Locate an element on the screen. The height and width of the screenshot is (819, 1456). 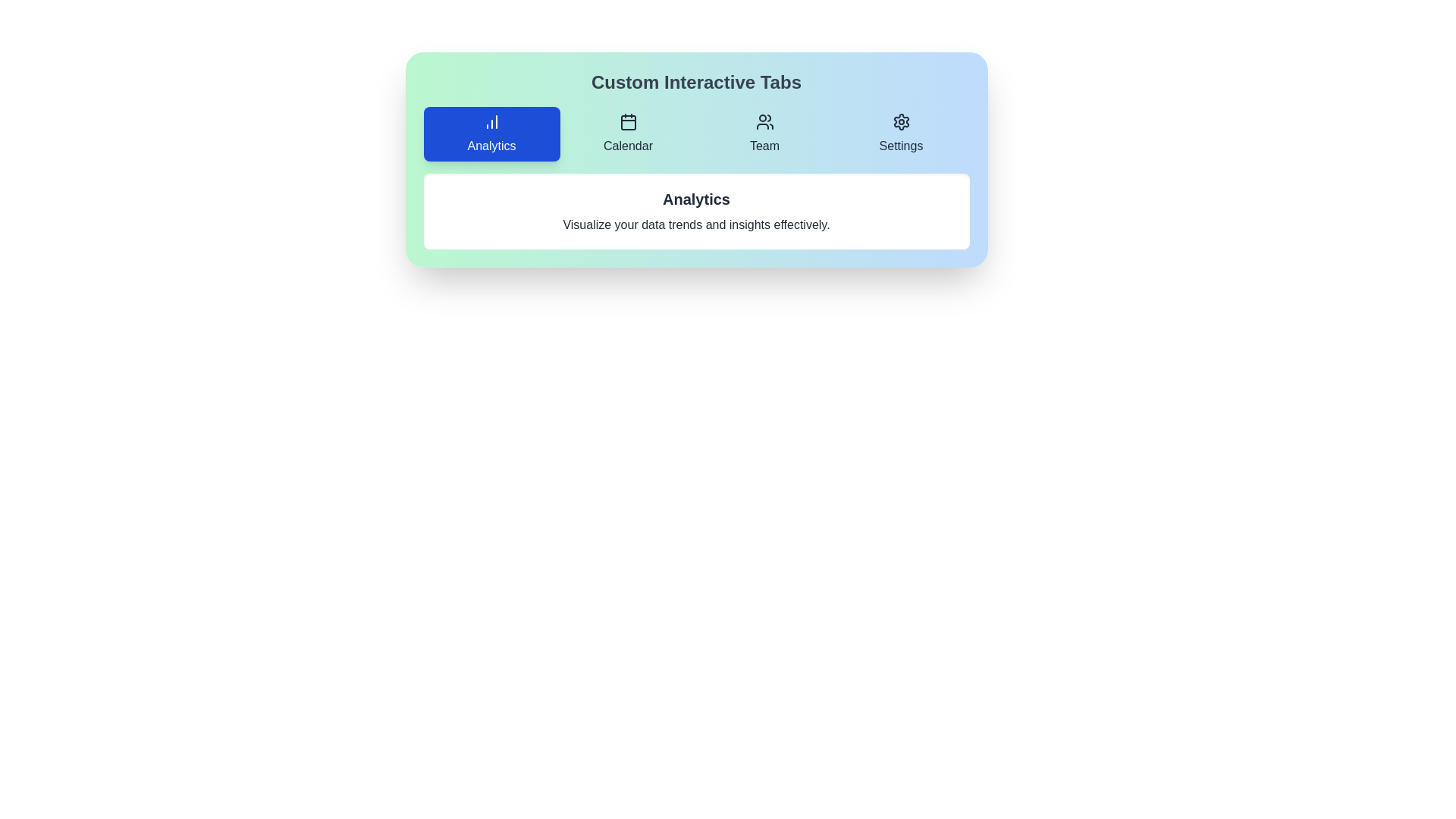
the 'Analytics' button, which is a rectangular button with a blue background and white text is located at coordinates (491, 133).